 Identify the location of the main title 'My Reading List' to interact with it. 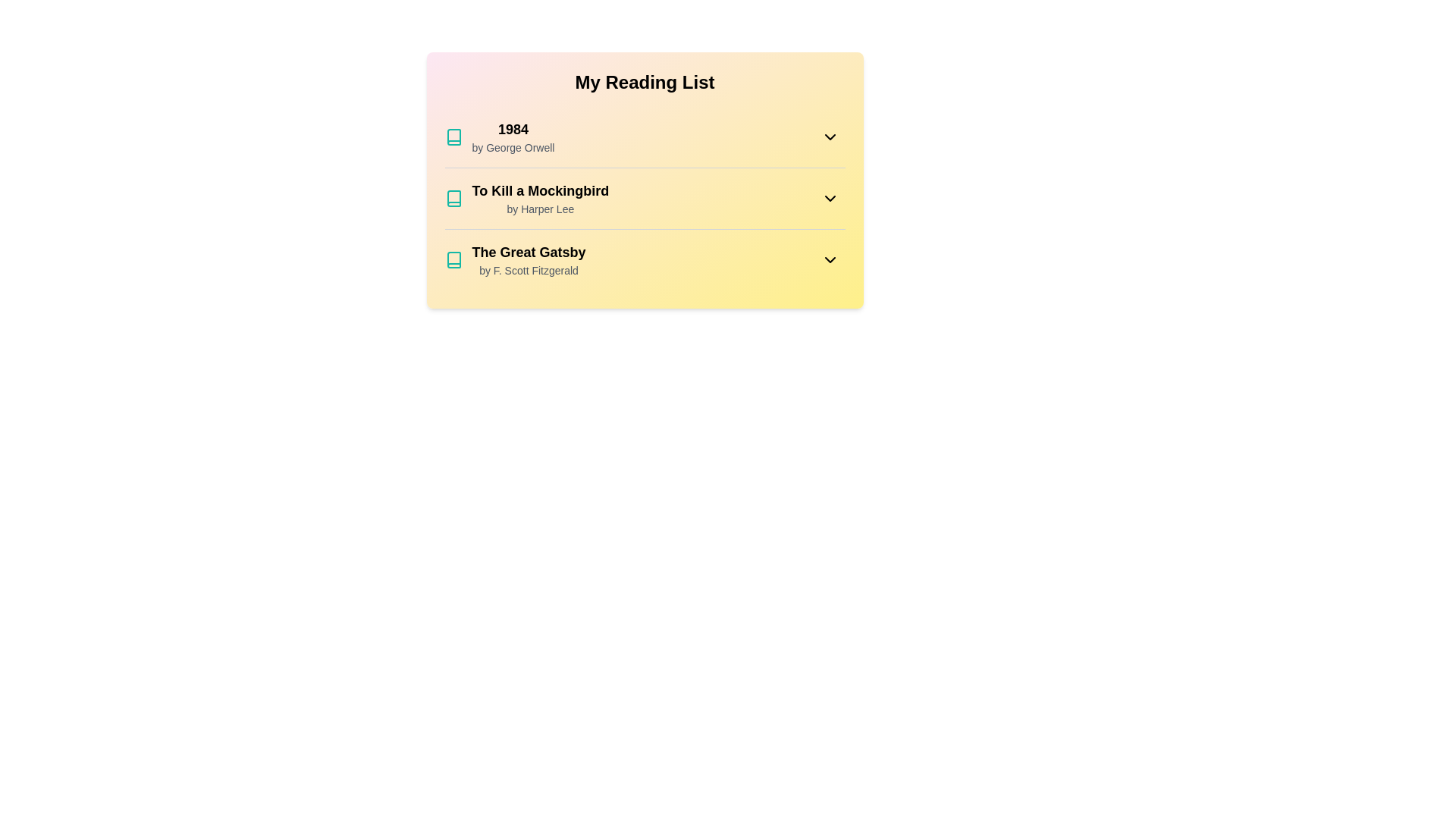
(645, 82).